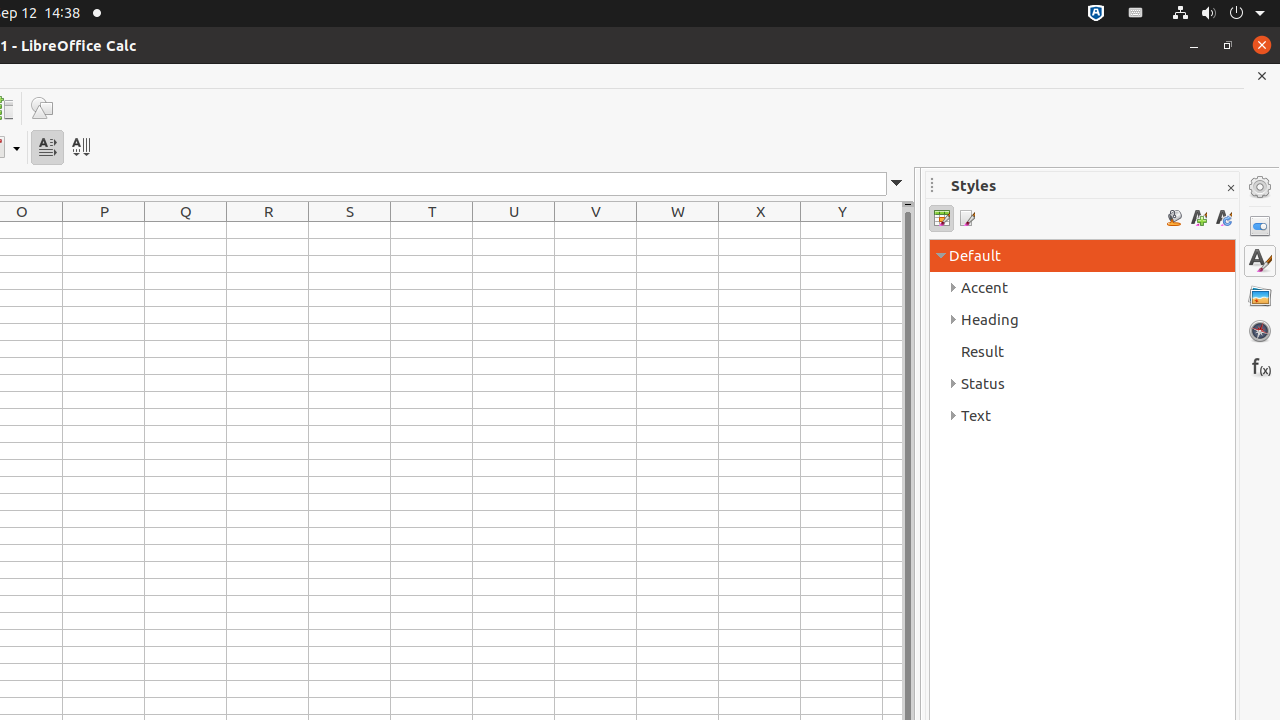 The image size is (1280, 720). What do you see at coordinates (1259, 295) in the screenshot?
I see `'Gallery'` at bounding box center [1259, 295].